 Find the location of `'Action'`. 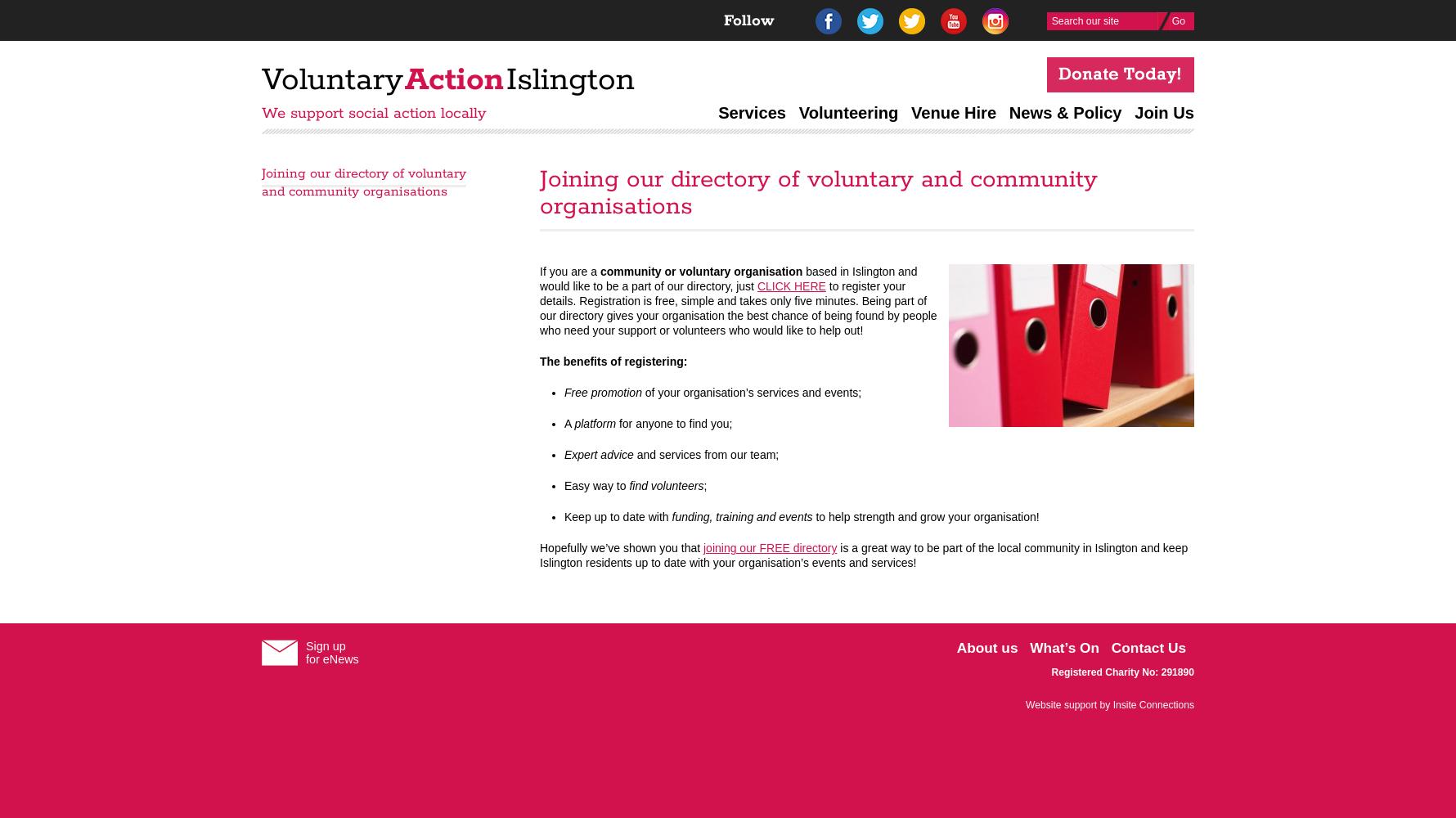

'Action' is located at coordinates (453, 79).